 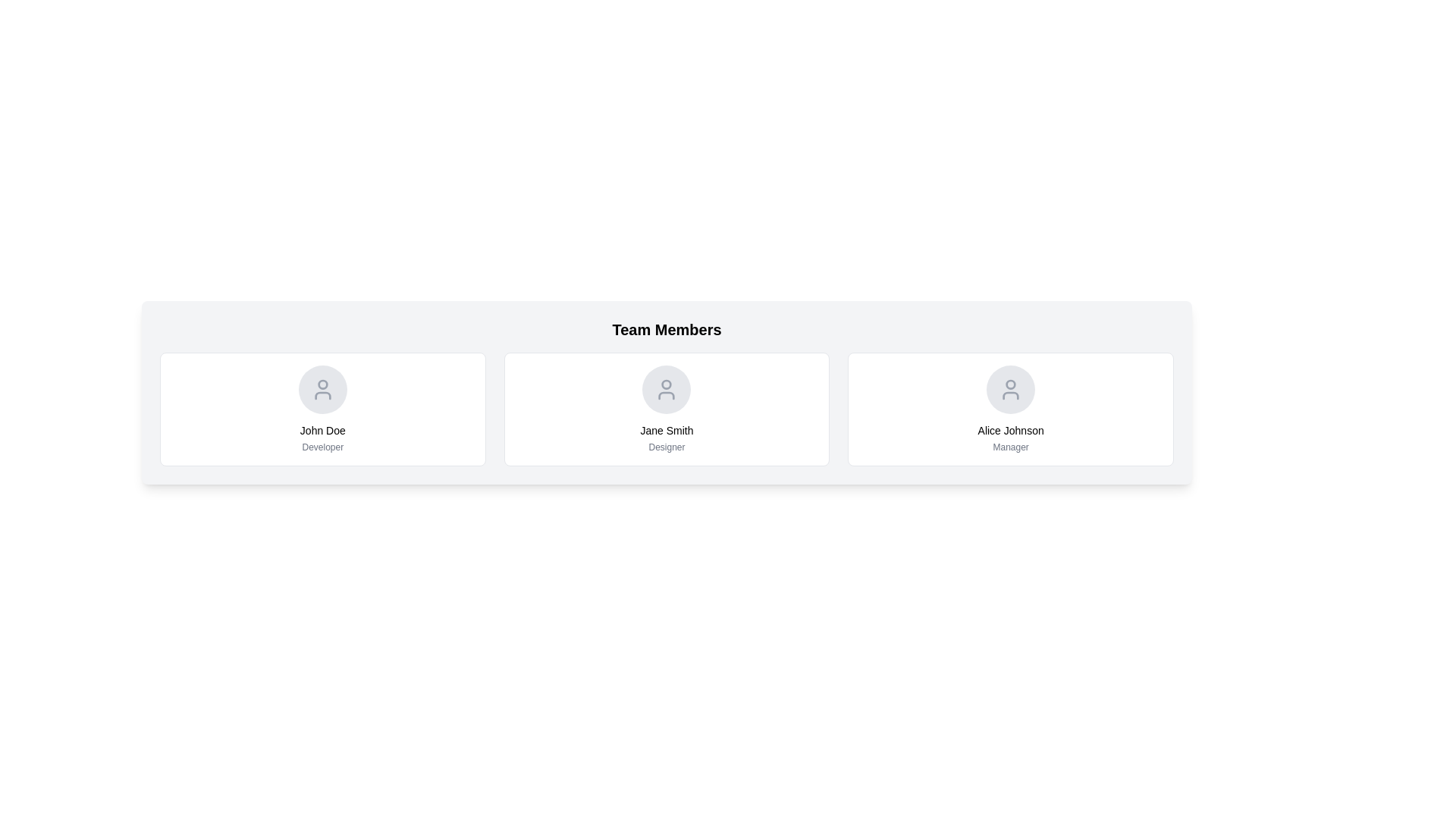 What do you see at coordinates (667, 447) in the screenshot?
I see `the 'Designer' text label, which is a small light gray label located below 'Jane Smith' in the middle column of team member cards` at bounding box center [667, 447].